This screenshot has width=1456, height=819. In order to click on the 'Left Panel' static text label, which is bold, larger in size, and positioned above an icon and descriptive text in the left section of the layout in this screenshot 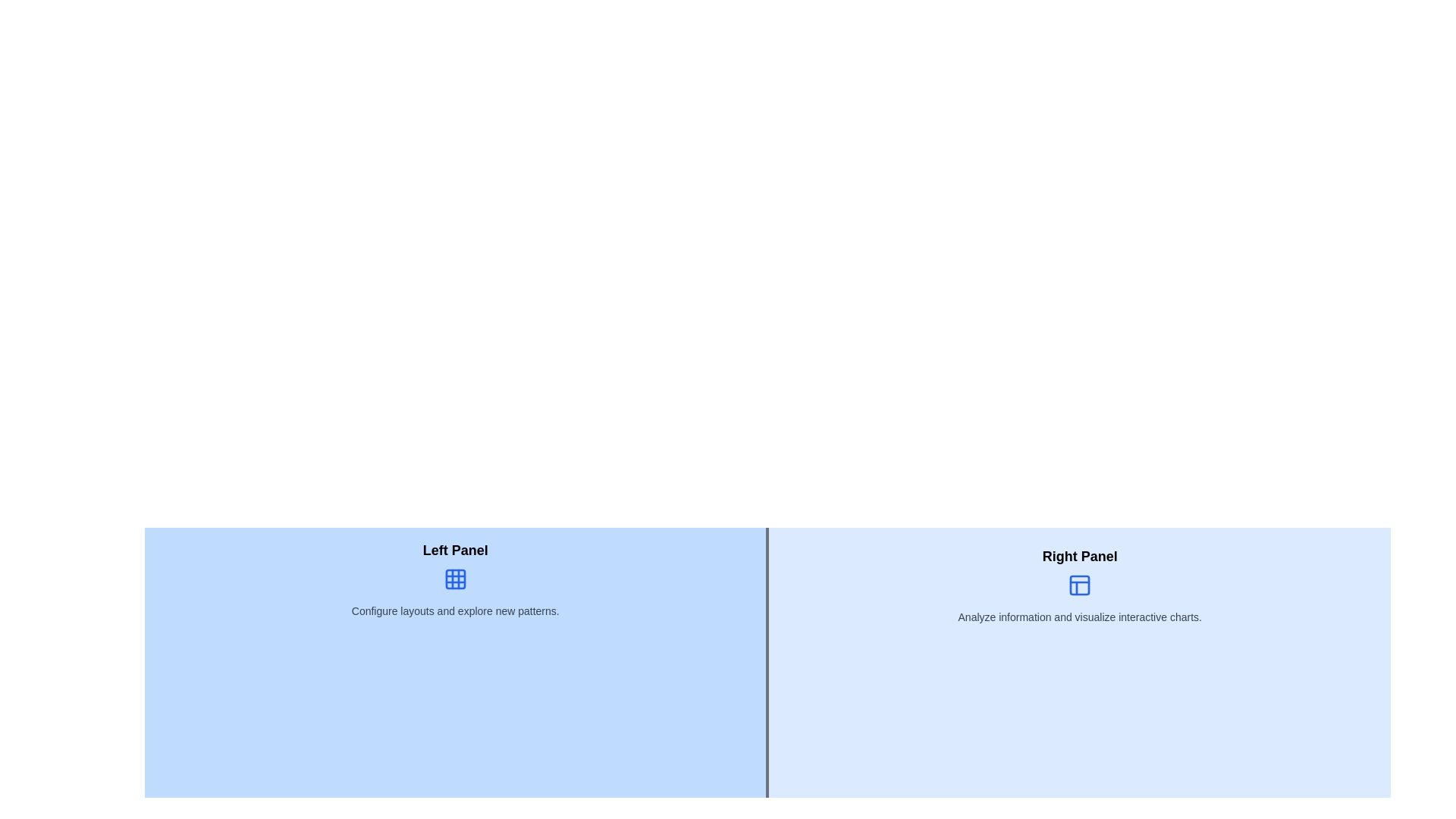, I will do `click(454, 550)`.